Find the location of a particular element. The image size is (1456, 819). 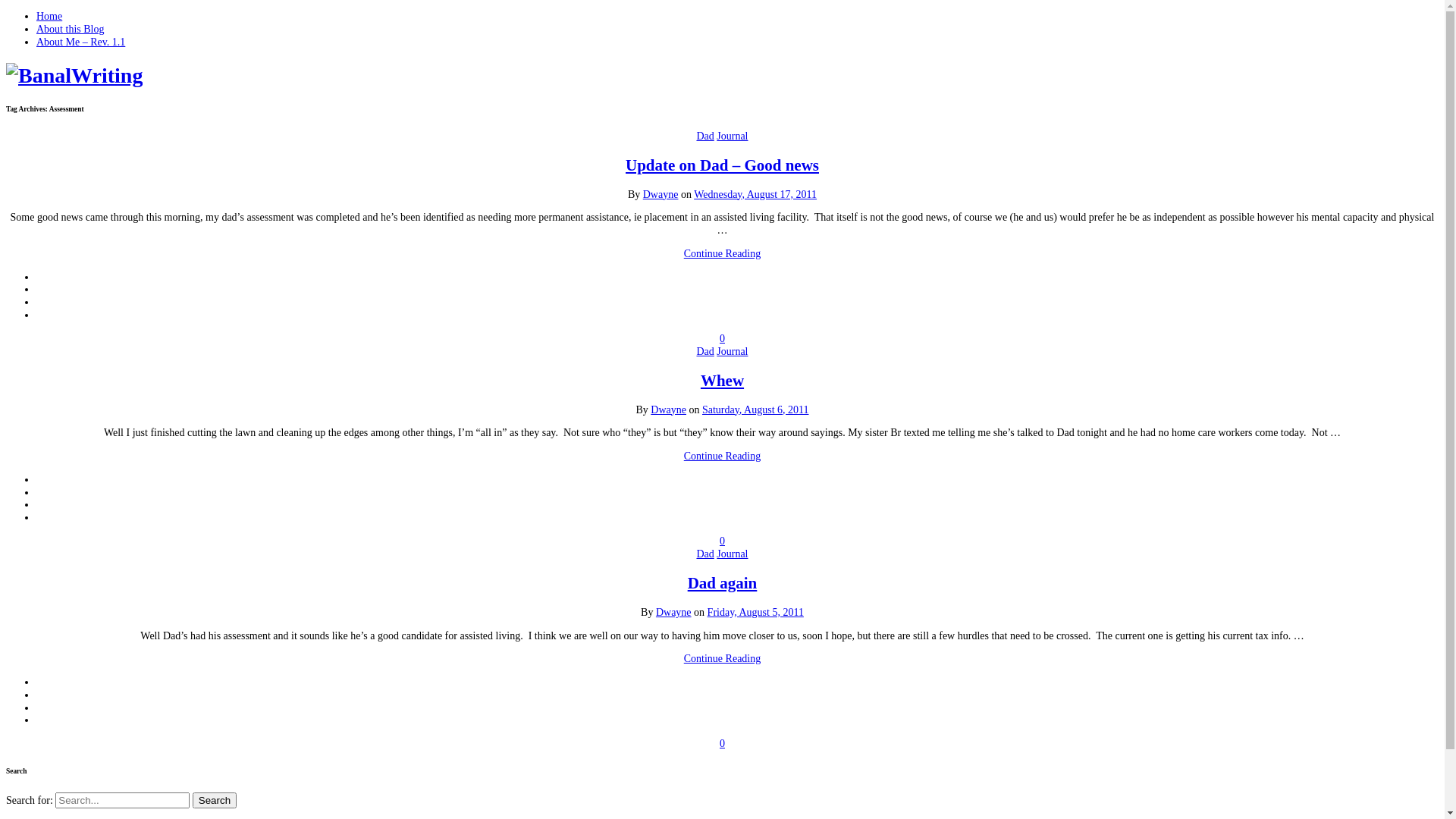

'Dad again' is located at coordinates (722, 582).